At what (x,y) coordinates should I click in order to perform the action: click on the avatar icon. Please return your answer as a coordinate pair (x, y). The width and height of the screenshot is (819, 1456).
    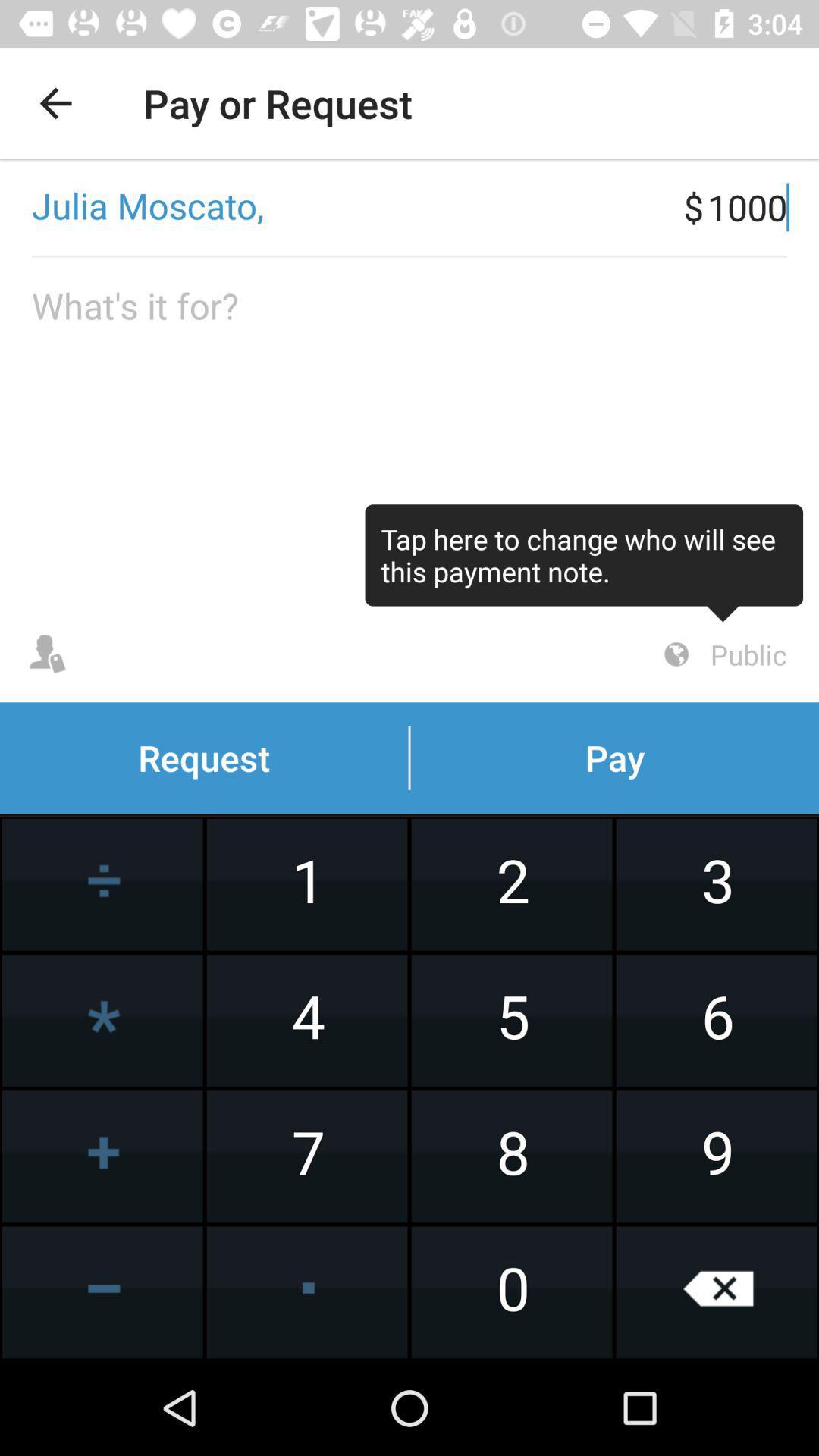
    Looking at the image, I should click on (46, 654).